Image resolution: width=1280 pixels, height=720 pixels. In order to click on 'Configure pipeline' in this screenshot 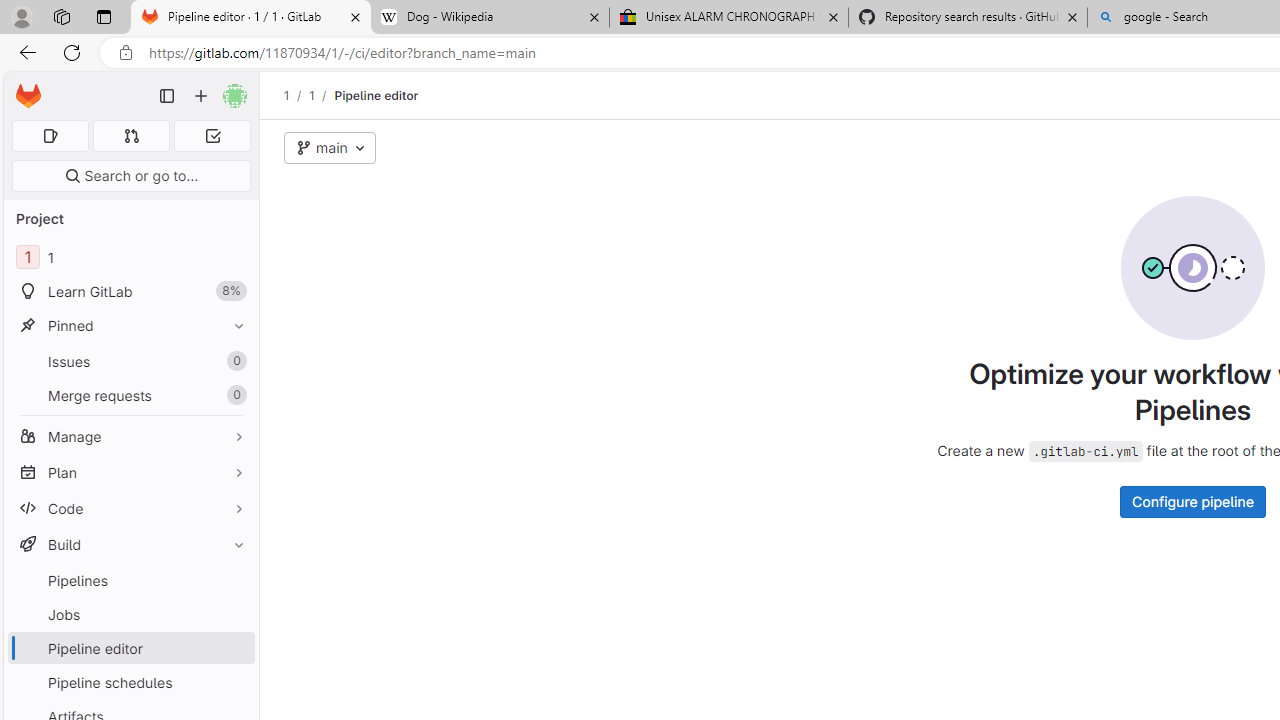, I will do `click(1192, 500)`.